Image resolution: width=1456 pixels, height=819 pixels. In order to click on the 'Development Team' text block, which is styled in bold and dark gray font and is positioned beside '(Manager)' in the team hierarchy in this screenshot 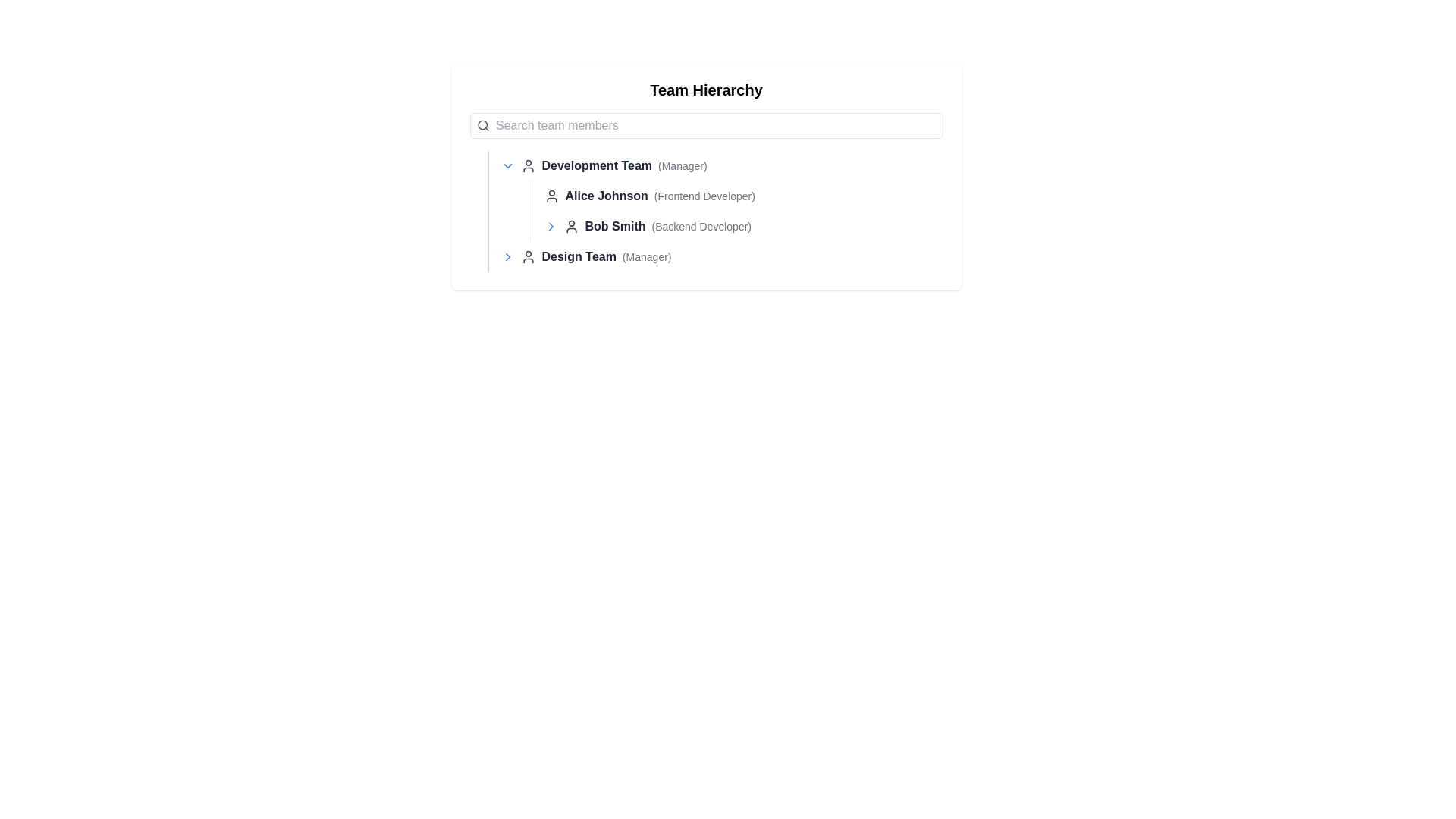, I will do `click(596, 166)`.